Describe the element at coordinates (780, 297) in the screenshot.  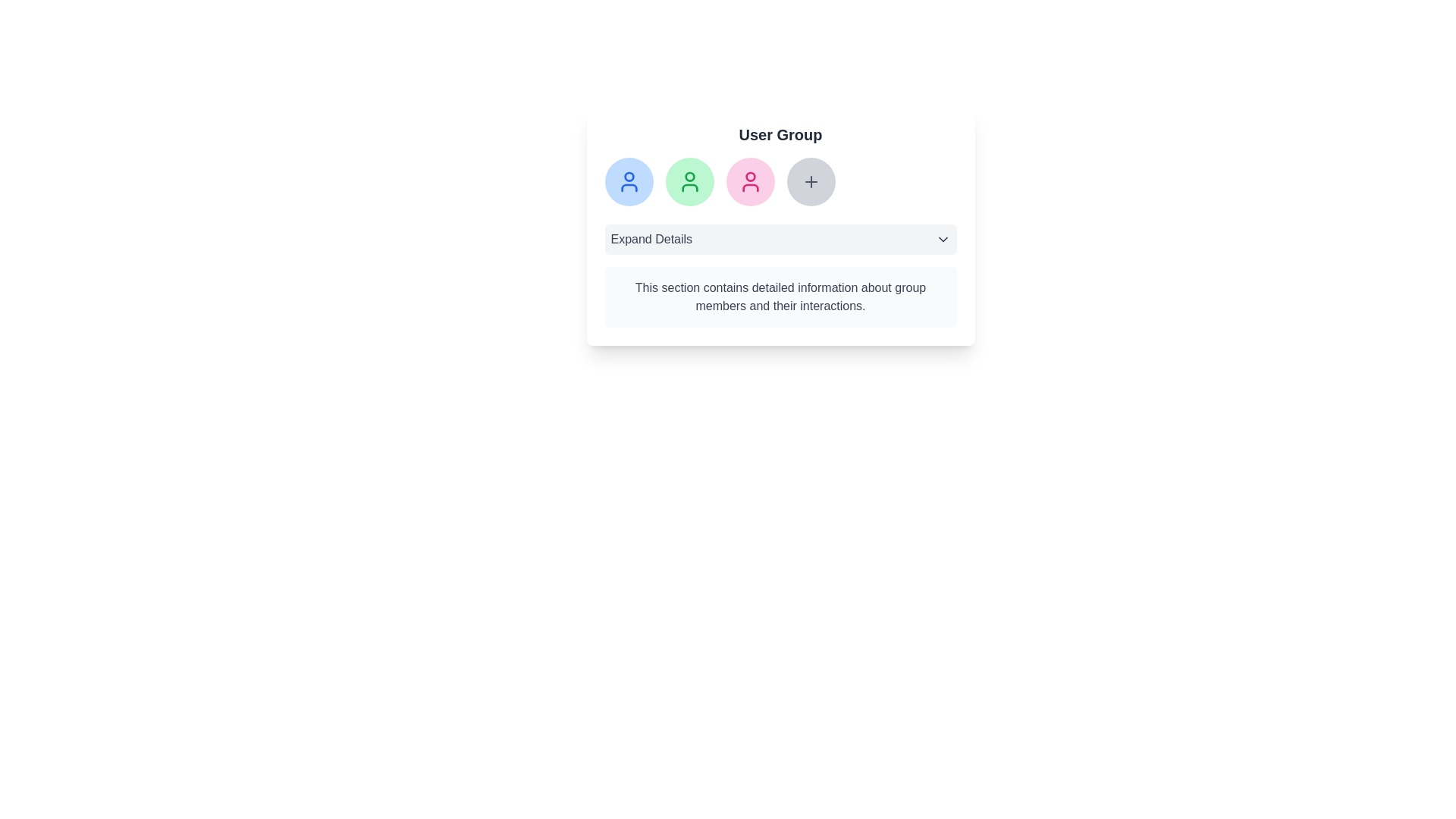
I see `informational text block that describes the 'User Group' above, which is centrally positioned below the 'Expand Details' dropdown` at that location.